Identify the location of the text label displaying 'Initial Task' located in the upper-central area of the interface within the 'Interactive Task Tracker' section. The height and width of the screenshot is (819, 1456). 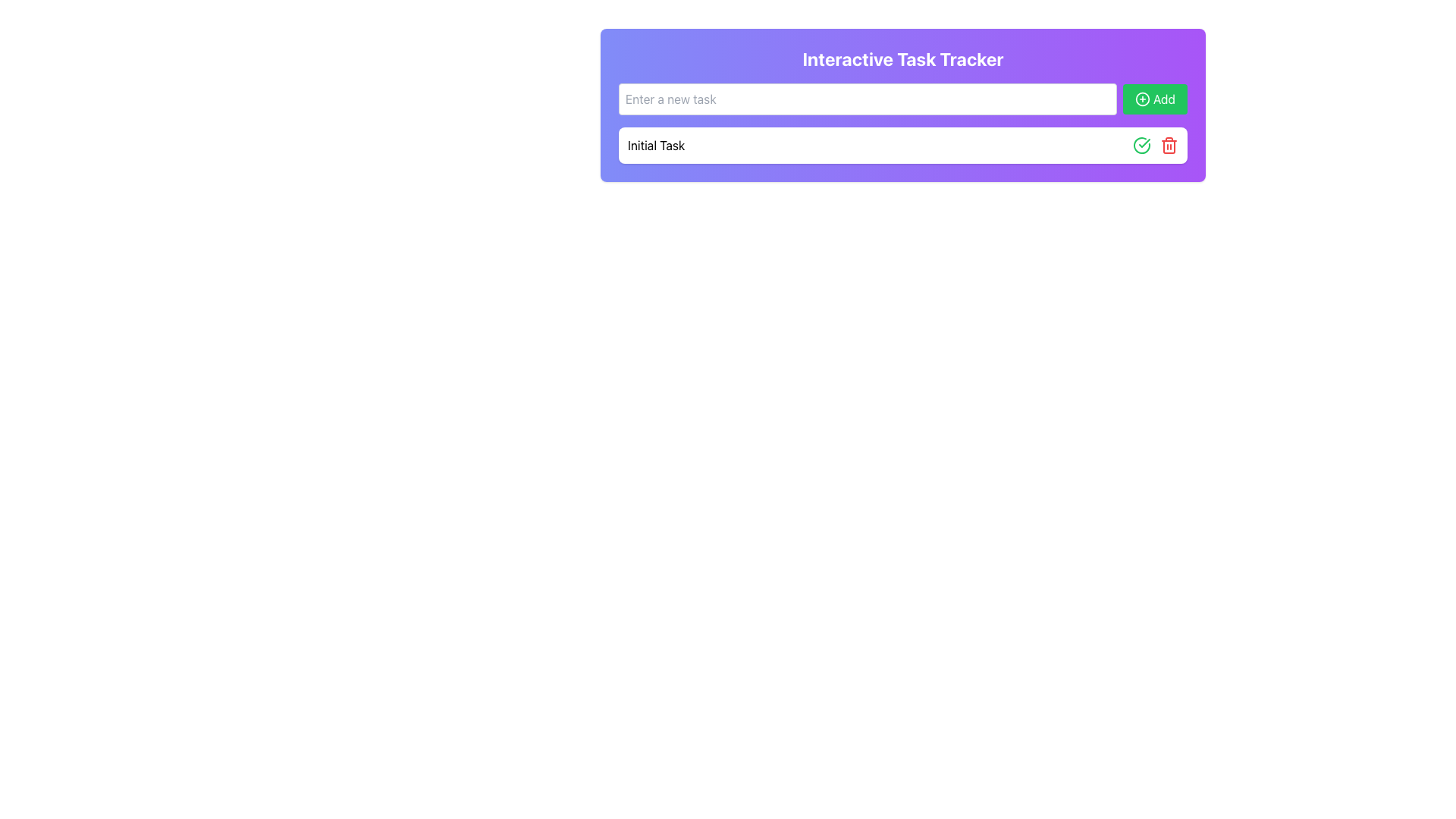
(656, 146).